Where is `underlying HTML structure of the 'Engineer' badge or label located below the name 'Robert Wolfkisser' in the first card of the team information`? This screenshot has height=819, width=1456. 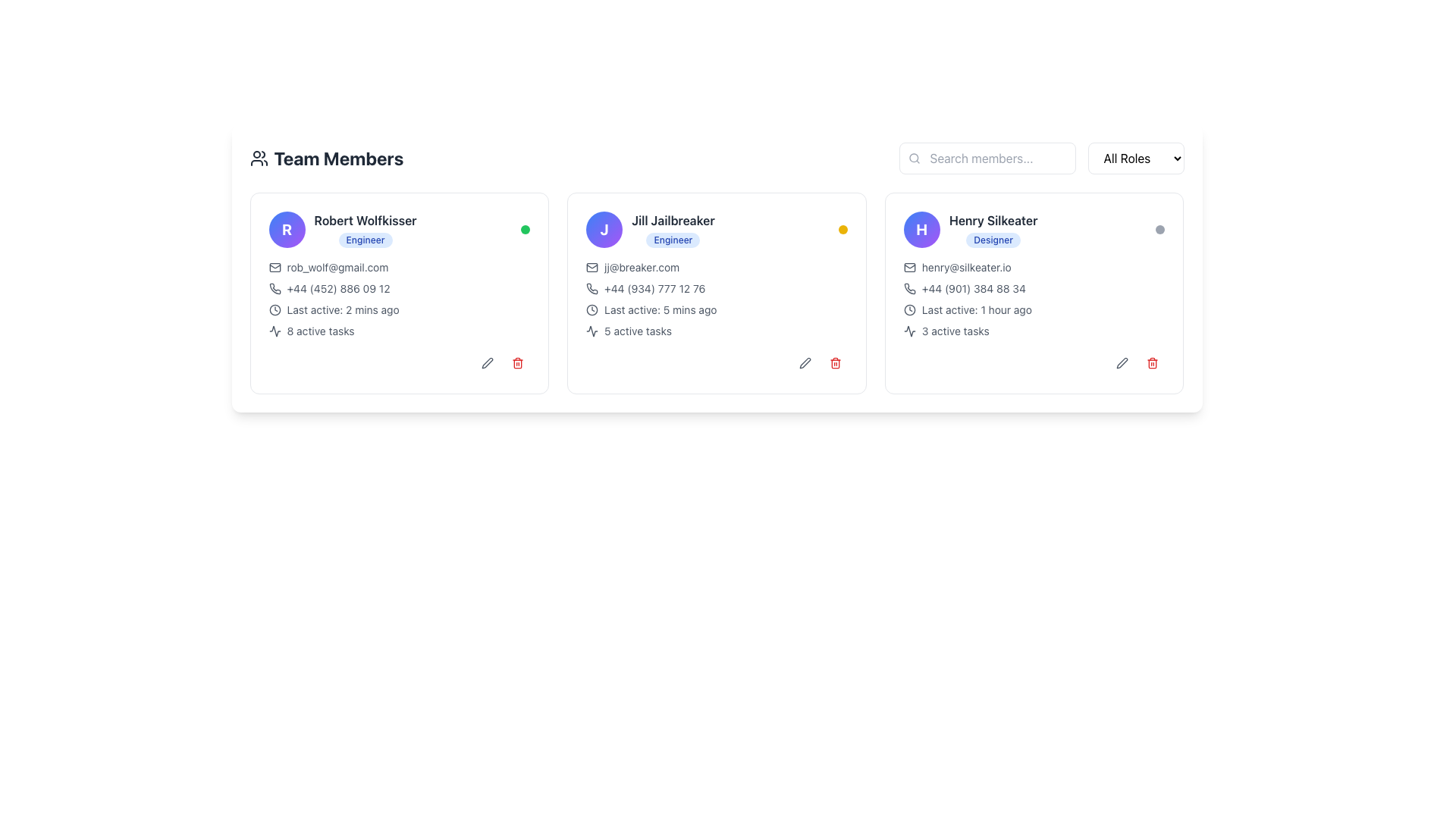 underlying HTML structure of the 'Engineer' badge or label located below the name 'Robert Wolfkisser' in the first card of the team information is located at coordinates (366, 239).